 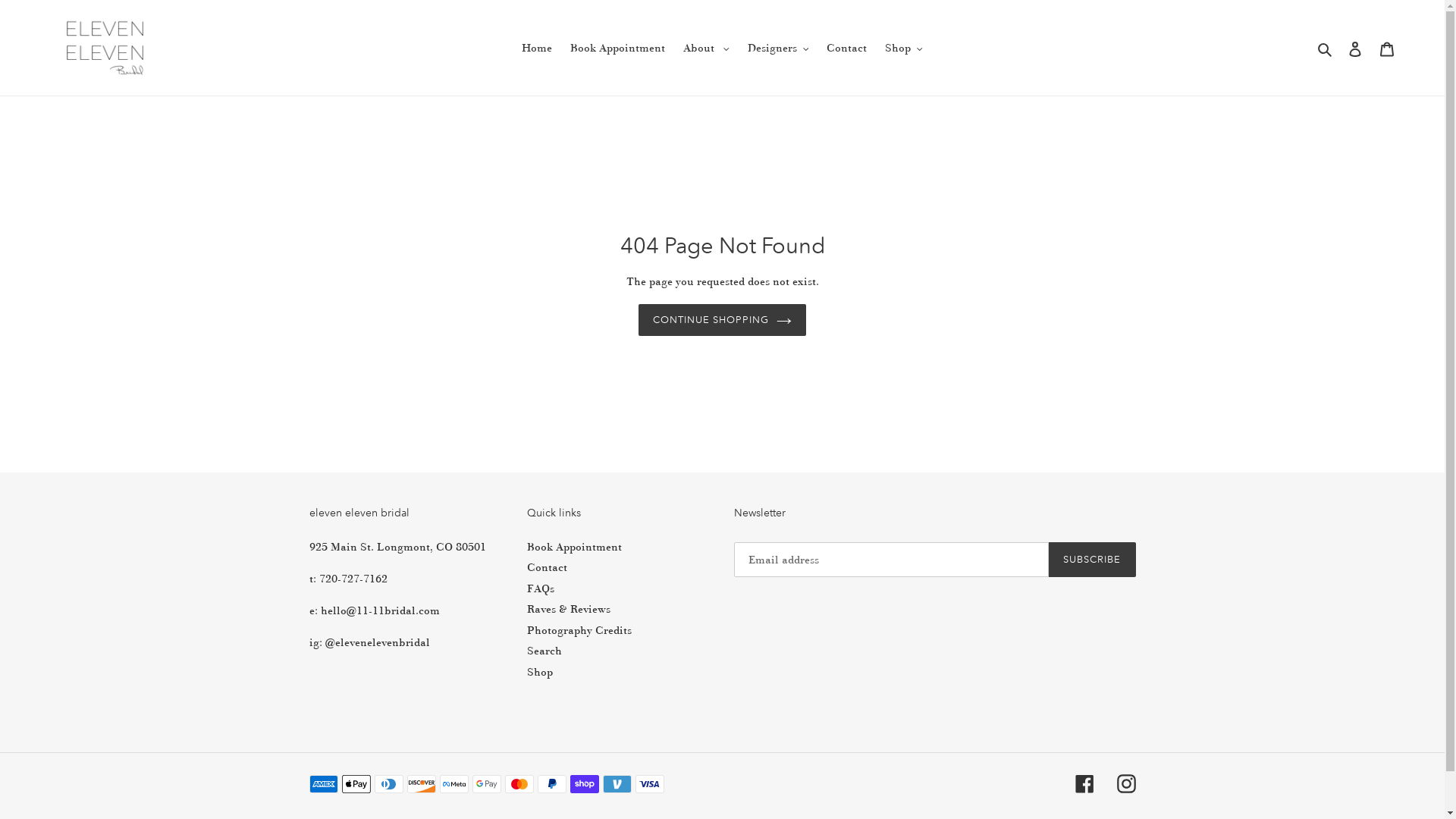 What do you see at coordinates (1092, 559) in the screenshot?
I see `'SUBSCRIBE'` at bounding box center [1092, 559].